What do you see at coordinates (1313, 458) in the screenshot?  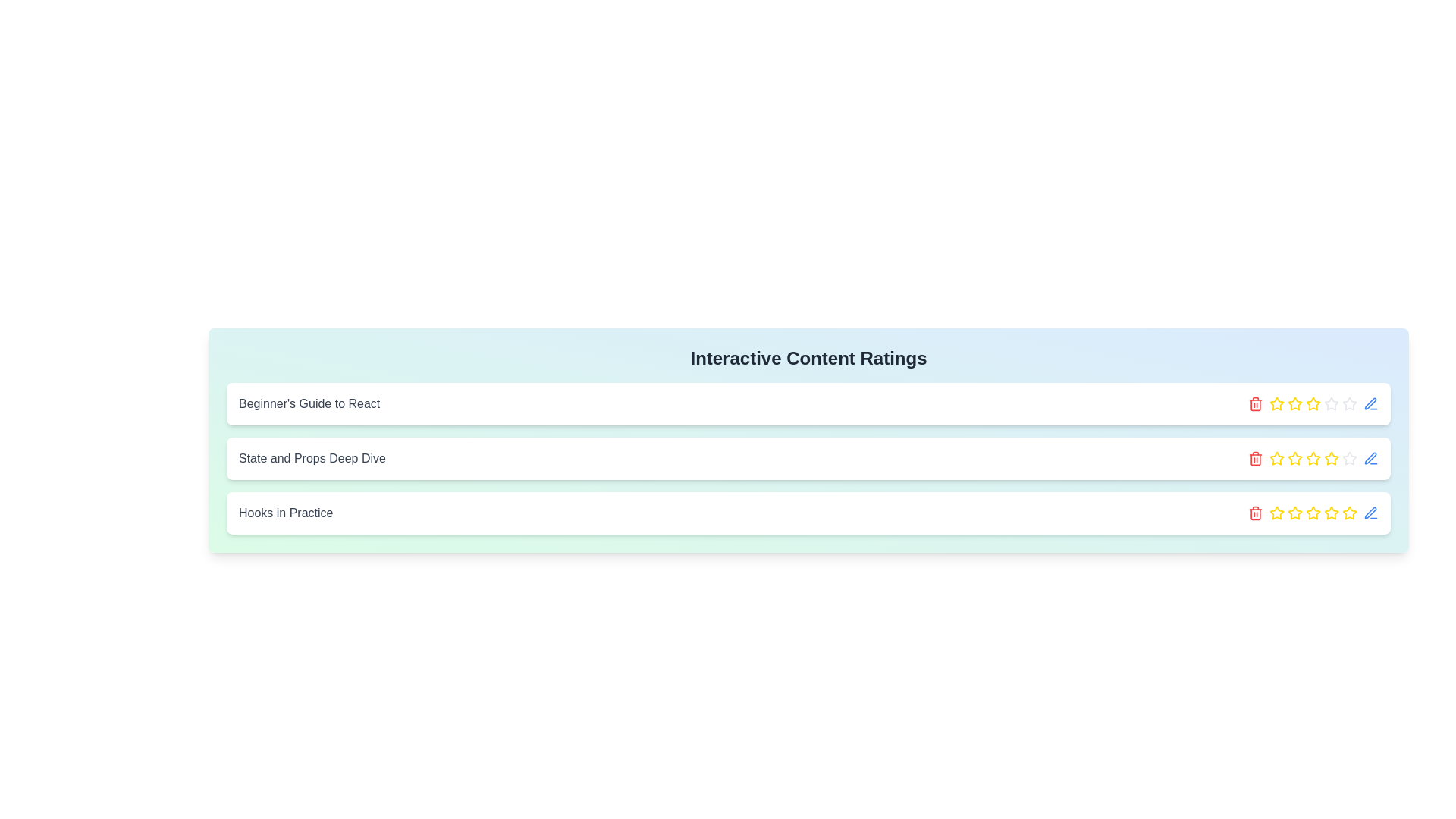 I see `the active third star icon` at bounding box center [1313, 458].